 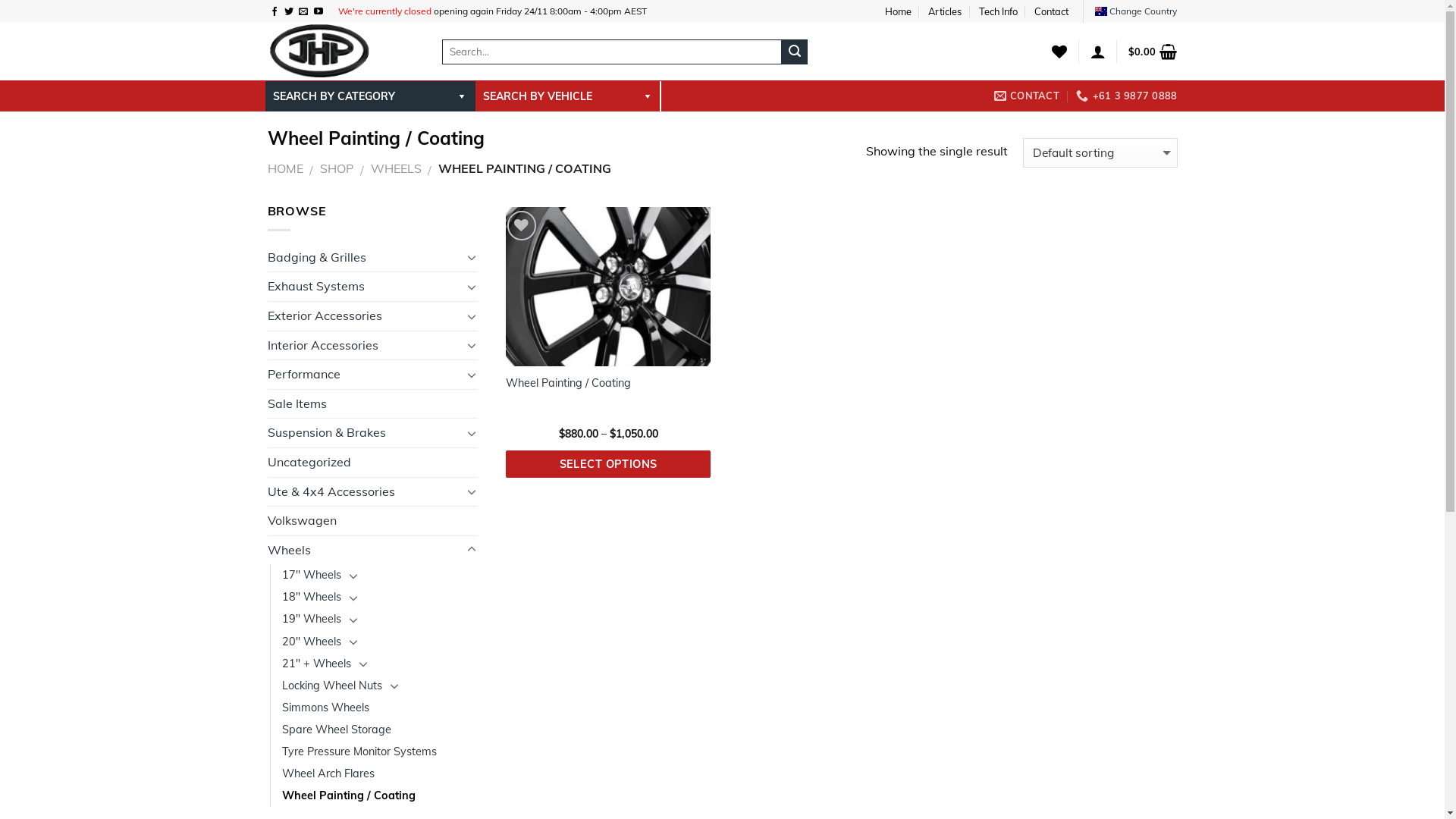 What do you see at coordinates (364, 287) in the screenshot?
I see `'Exhaust Systems'` at bounding box center [364, 287].